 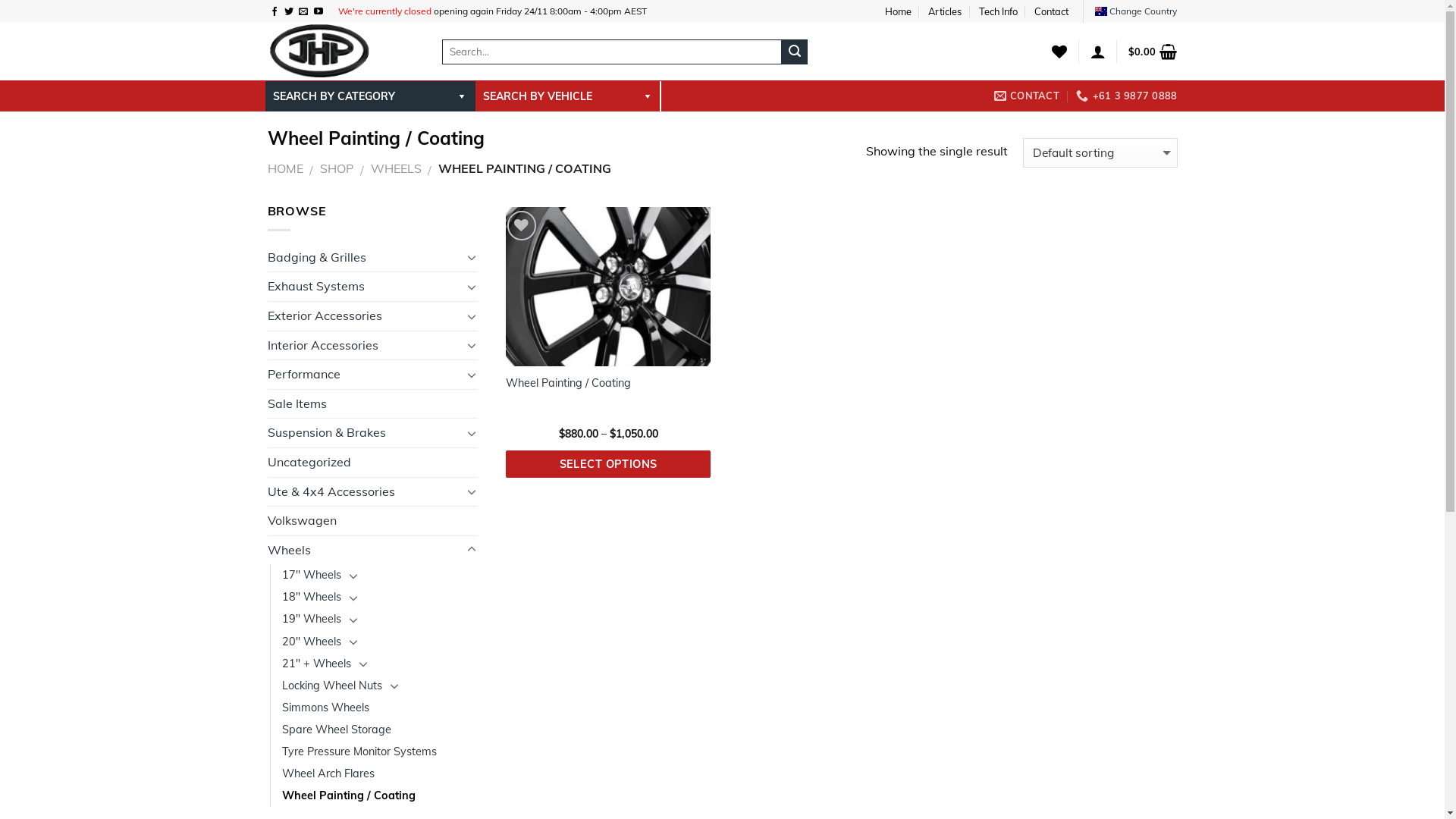 What do you see at coordinates (364, 287) in the screenshot?
I see `'Exhaust Systems'` at bounding box center [364, 287].